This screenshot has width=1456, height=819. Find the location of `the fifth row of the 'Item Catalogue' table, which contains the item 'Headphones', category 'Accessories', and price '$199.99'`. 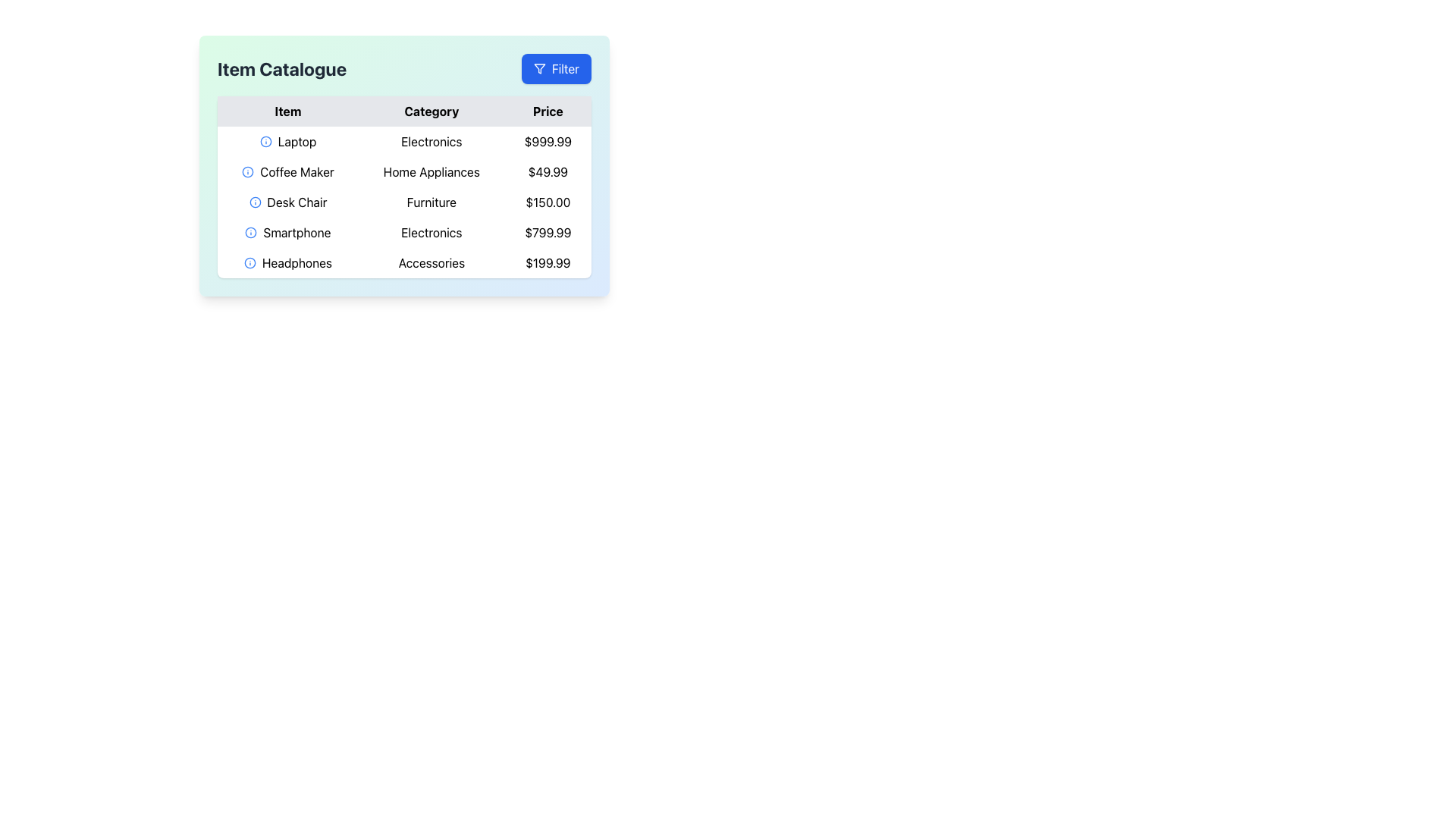

the fifth row of the 'Item Catalogue' table, which contains the item 'Headphones', category 'Accessories', and price '$199.99' is located at coordinates (404, 262).